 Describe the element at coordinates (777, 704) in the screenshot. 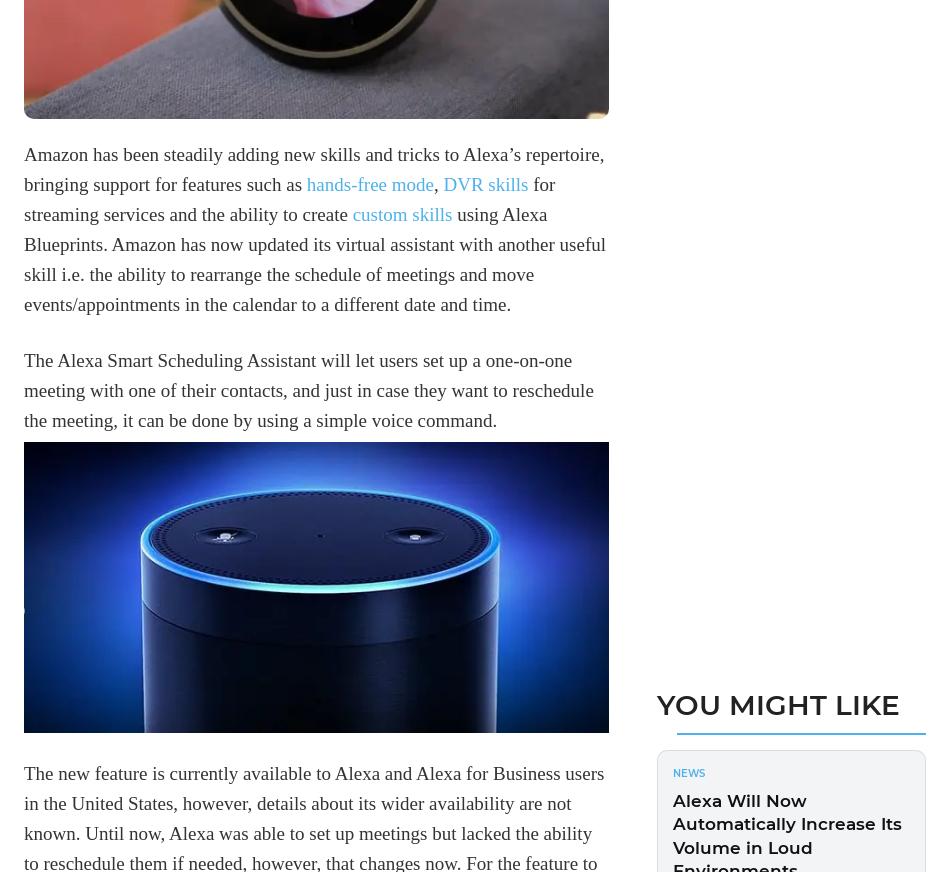

I see `'You Might Like'` at that location.